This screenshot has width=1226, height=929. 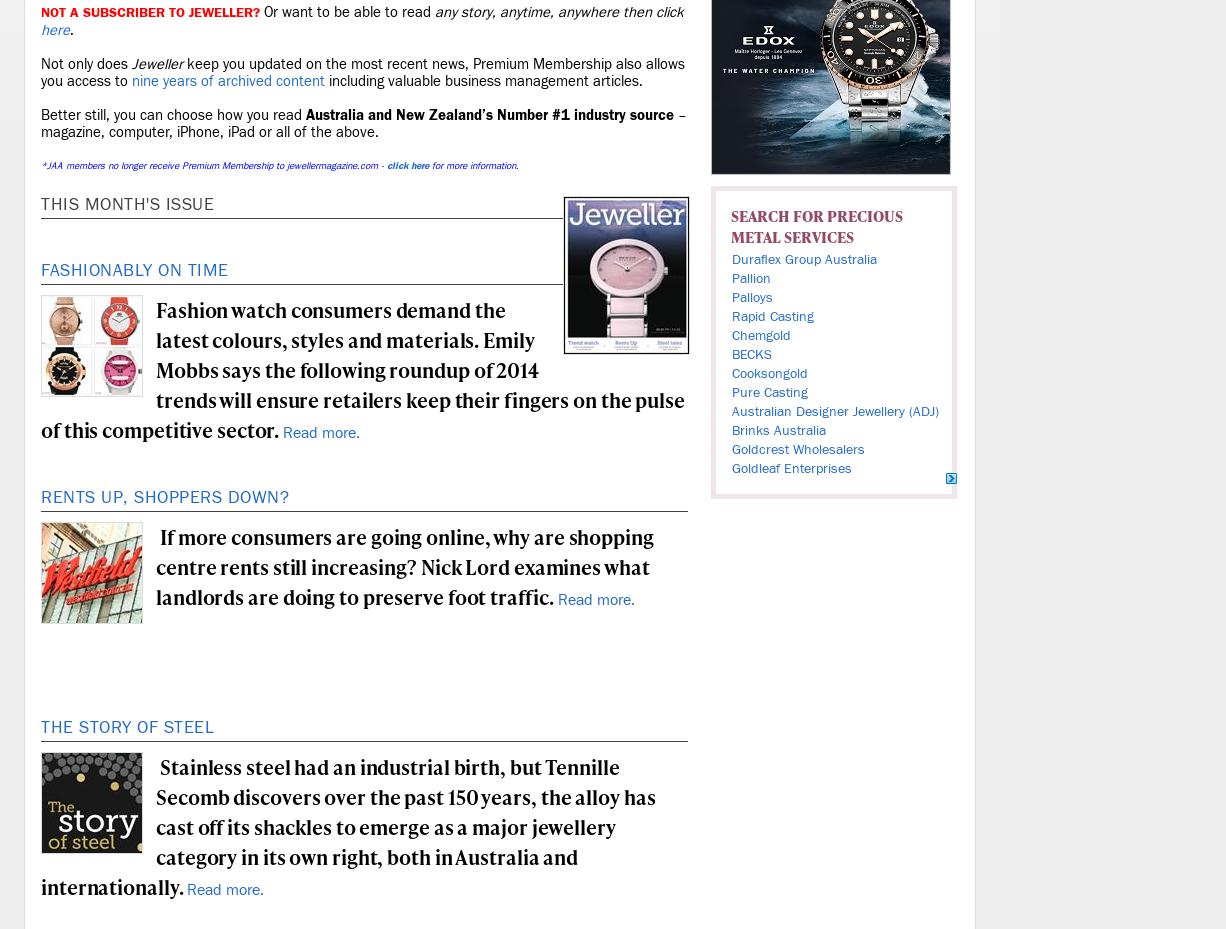 I want to click on '.', so click(x=71, y=29).